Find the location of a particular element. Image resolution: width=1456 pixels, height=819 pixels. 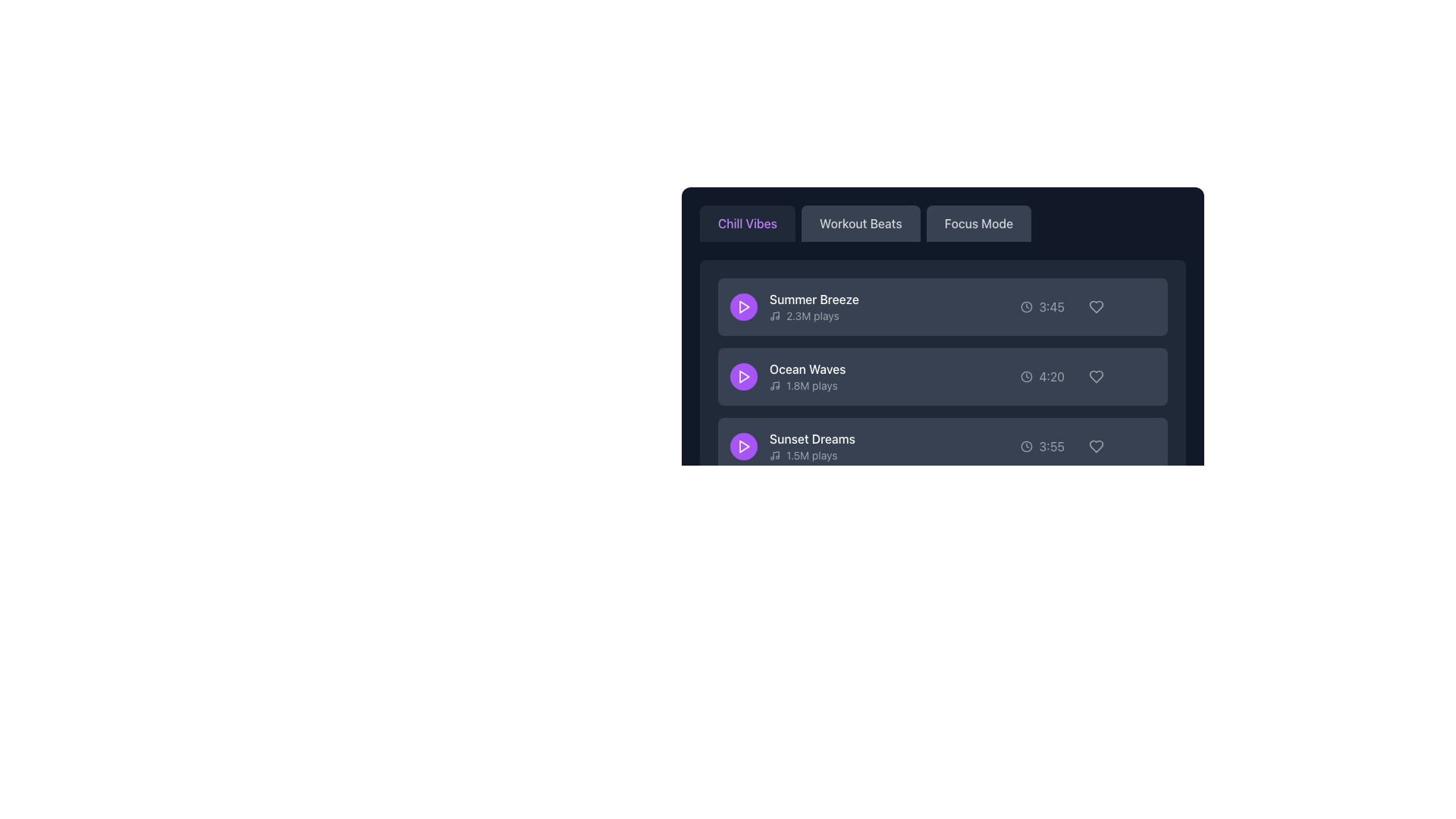

the third heart icon in the bottom track row labeled 'Sunset Dreams' to favorite the item is located at coordinates (1096, 446).